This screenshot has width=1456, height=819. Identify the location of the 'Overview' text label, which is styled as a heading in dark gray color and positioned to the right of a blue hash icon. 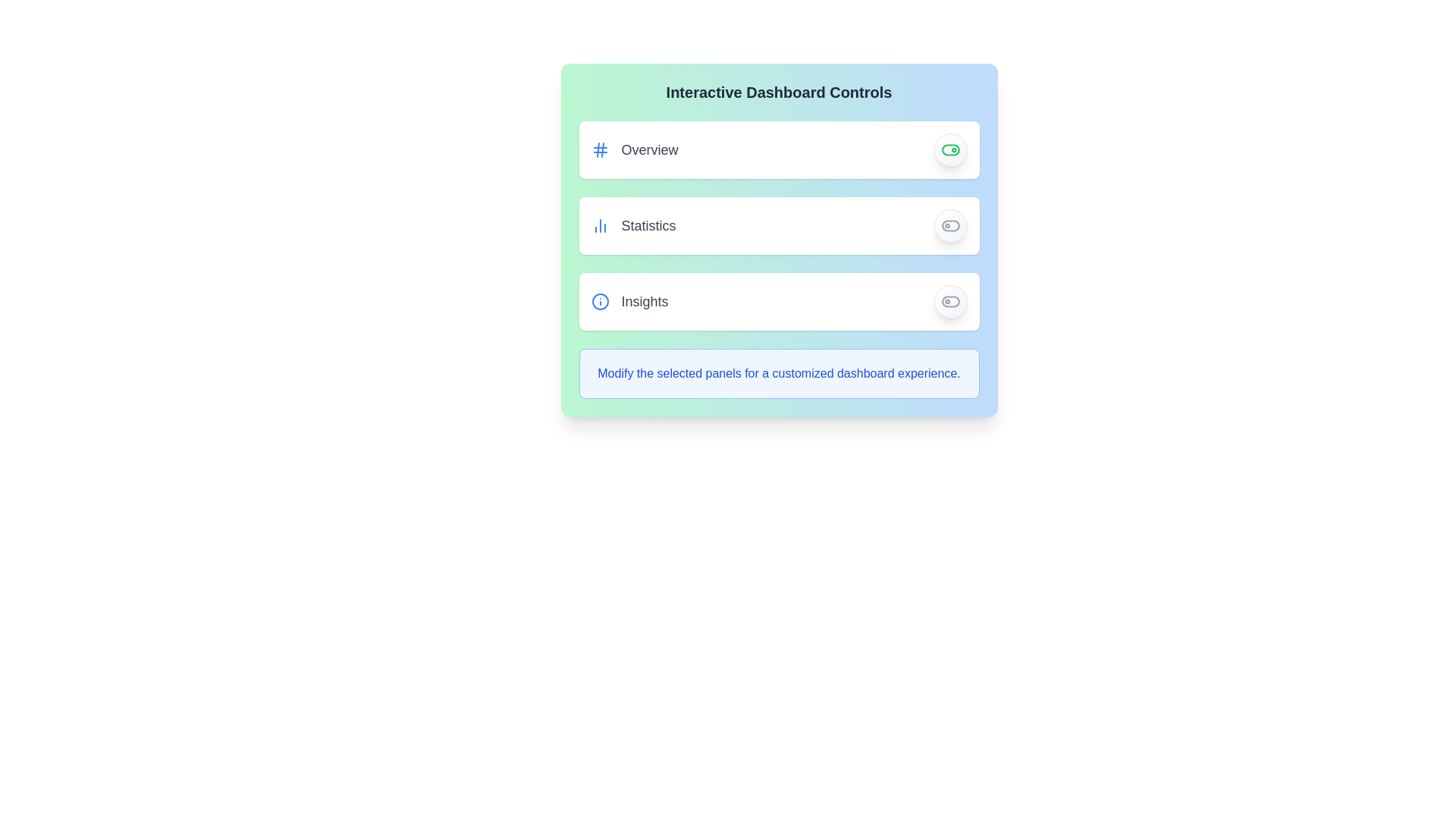
(650, 149).